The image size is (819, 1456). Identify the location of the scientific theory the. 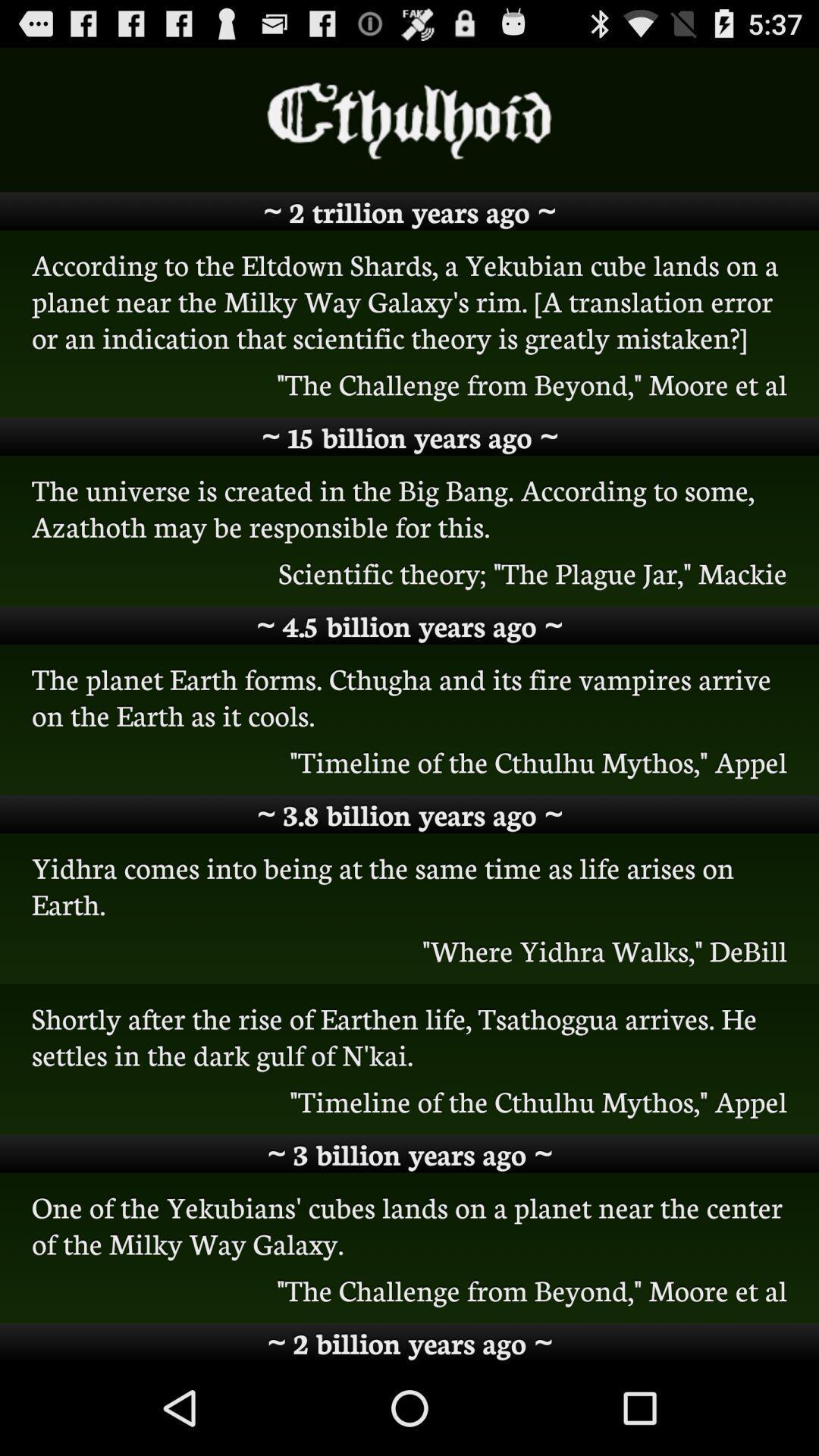
(409, 572).